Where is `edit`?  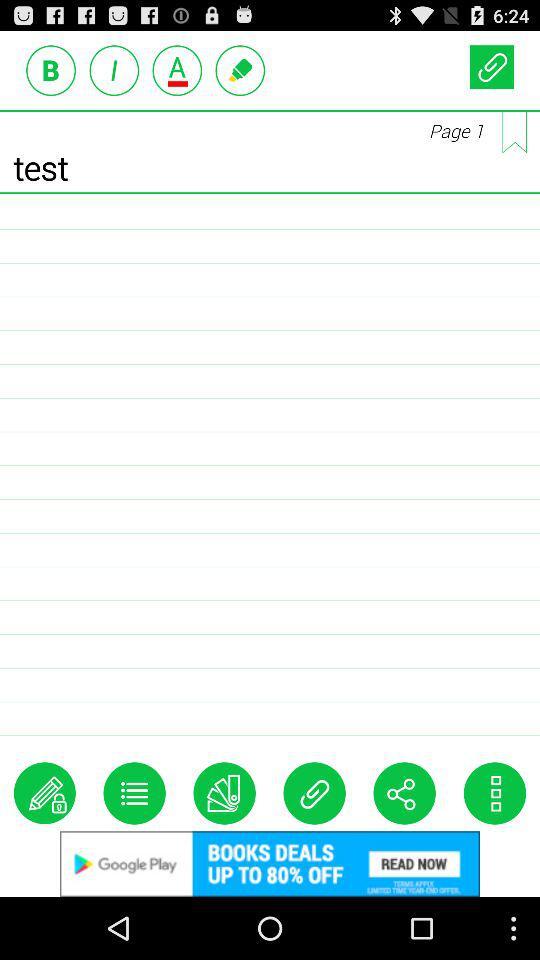 edit is located at coordinates (44, 793).